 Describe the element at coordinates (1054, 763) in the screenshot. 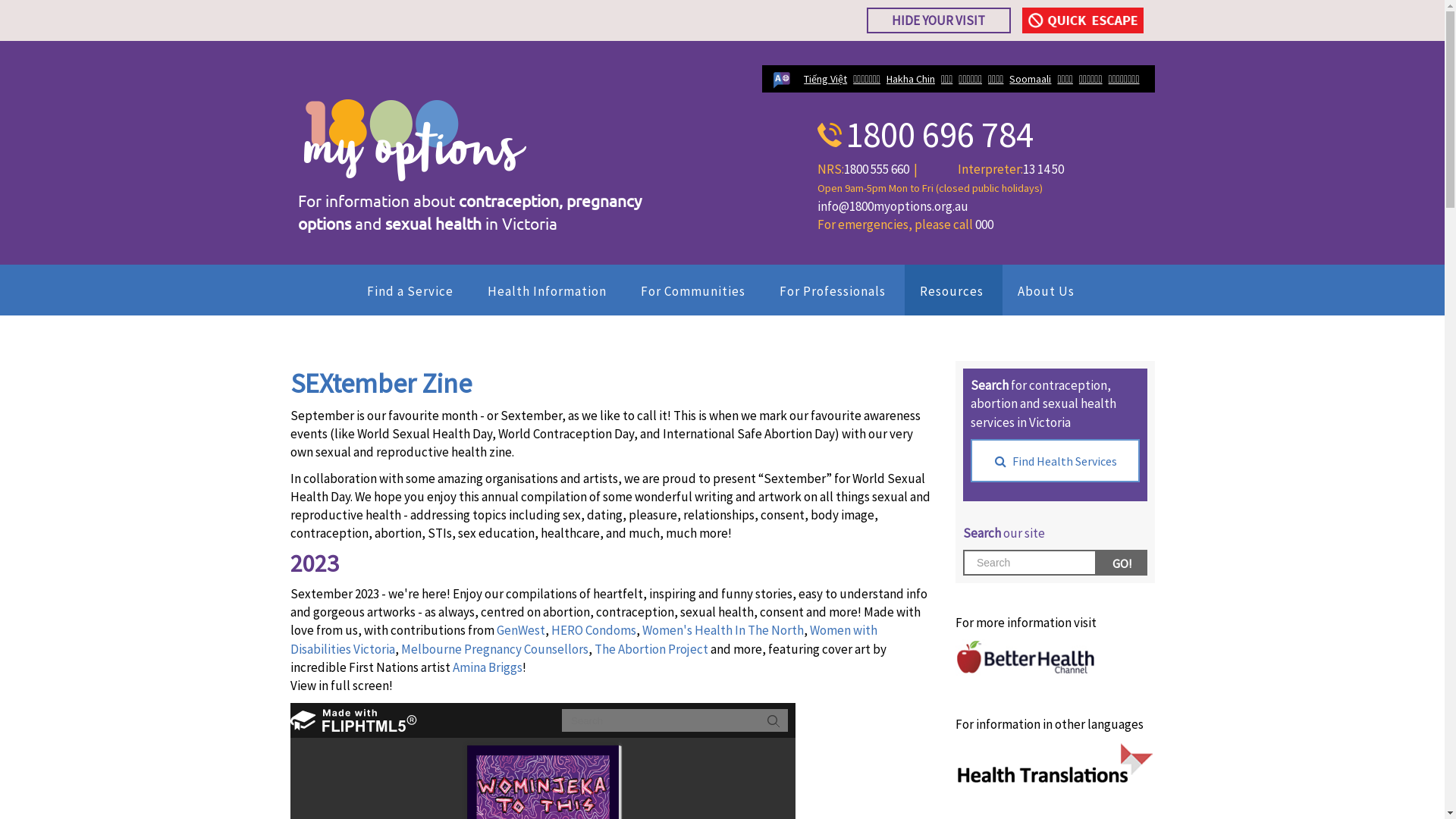

I see `'Health Translations'` at that location.